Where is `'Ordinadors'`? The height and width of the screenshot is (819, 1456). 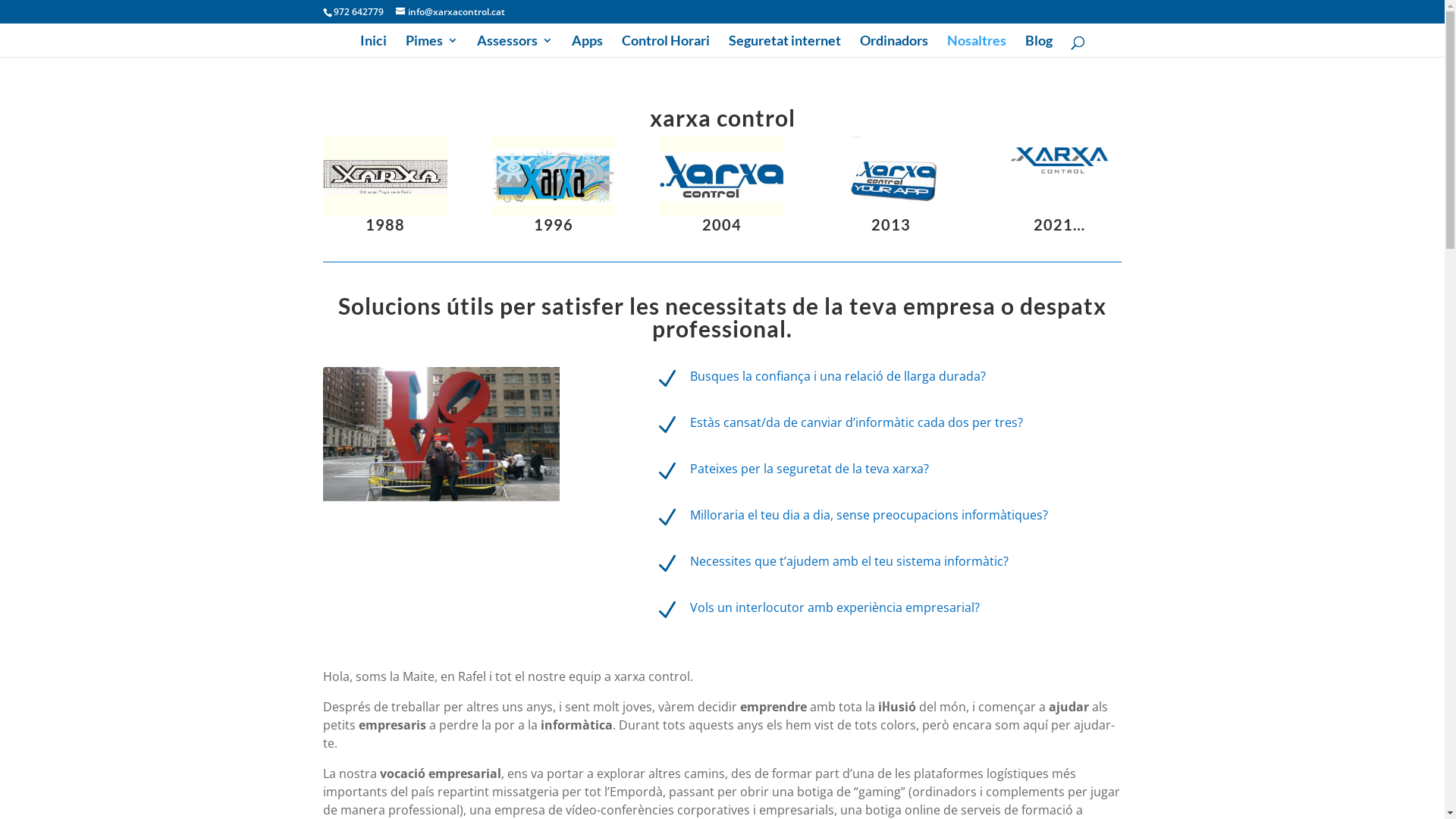
'Ordinadors' is located at coordinates (894, 45).